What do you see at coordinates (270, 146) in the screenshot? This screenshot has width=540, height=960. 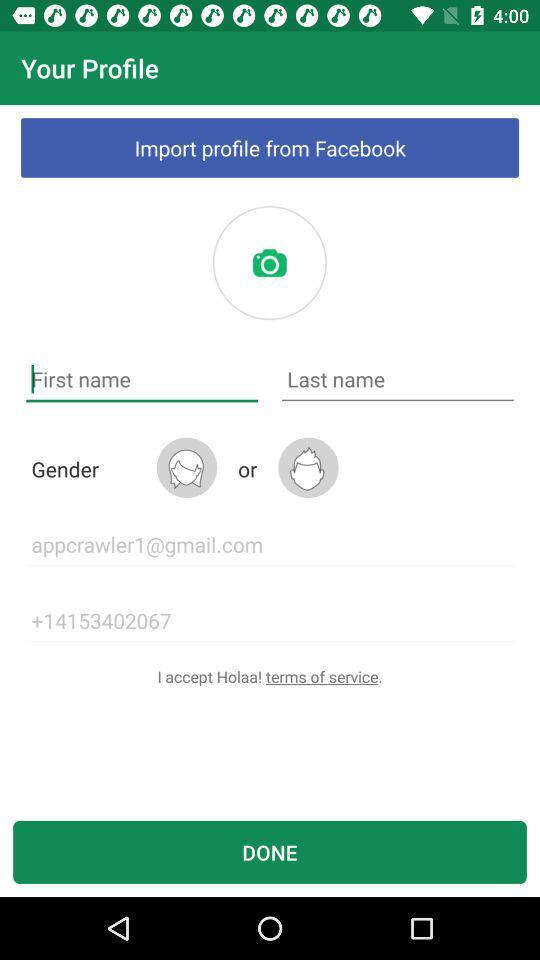 I see `import profile from icon` at bounding box center [270, 146].